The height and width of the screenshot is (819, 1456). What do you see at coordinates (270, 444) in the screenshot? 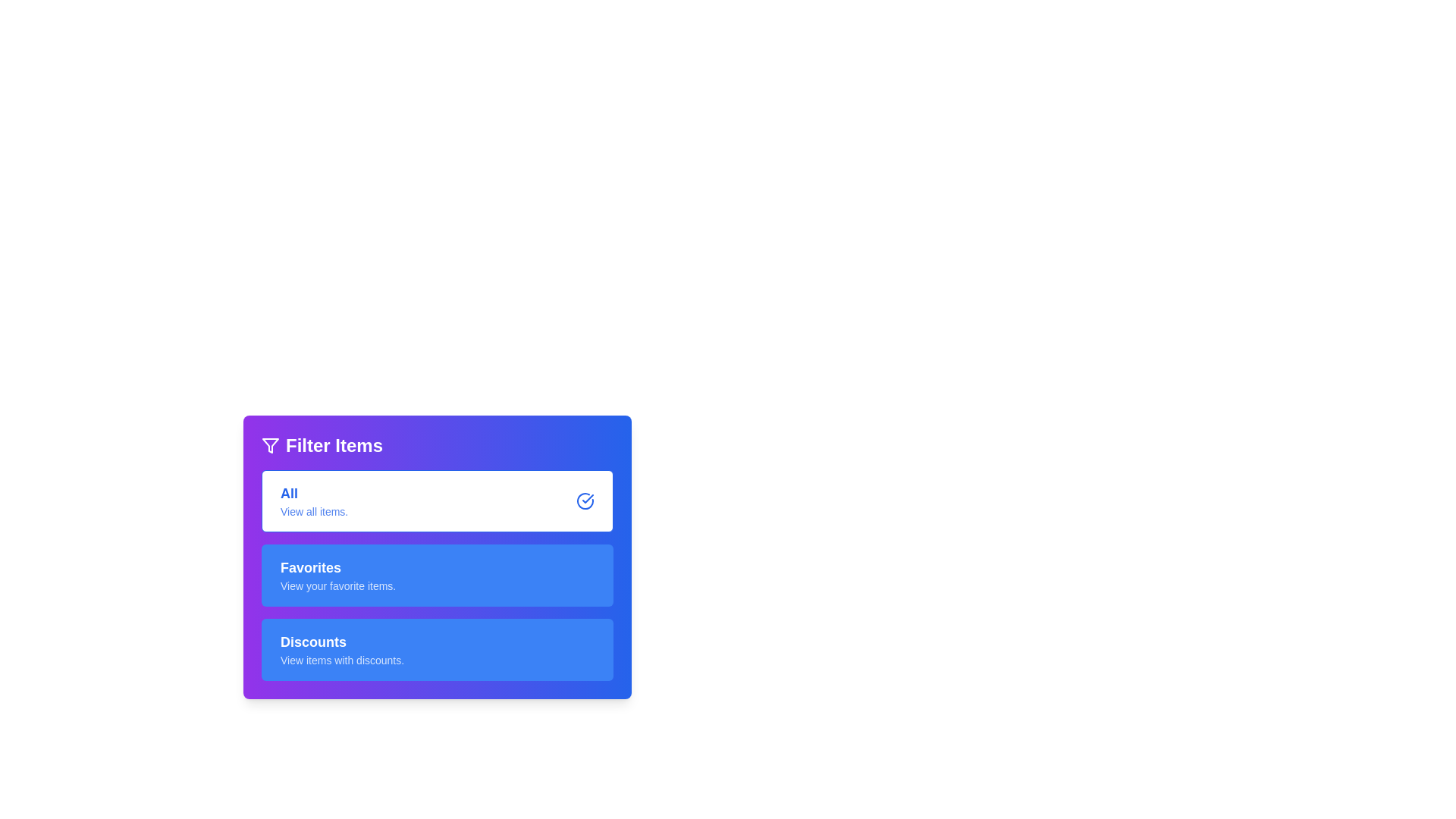
I see `the filter icon located at the leftmost position of the header section, adjacent to the 'Filter Items' label` at bounding box center [270, 444].